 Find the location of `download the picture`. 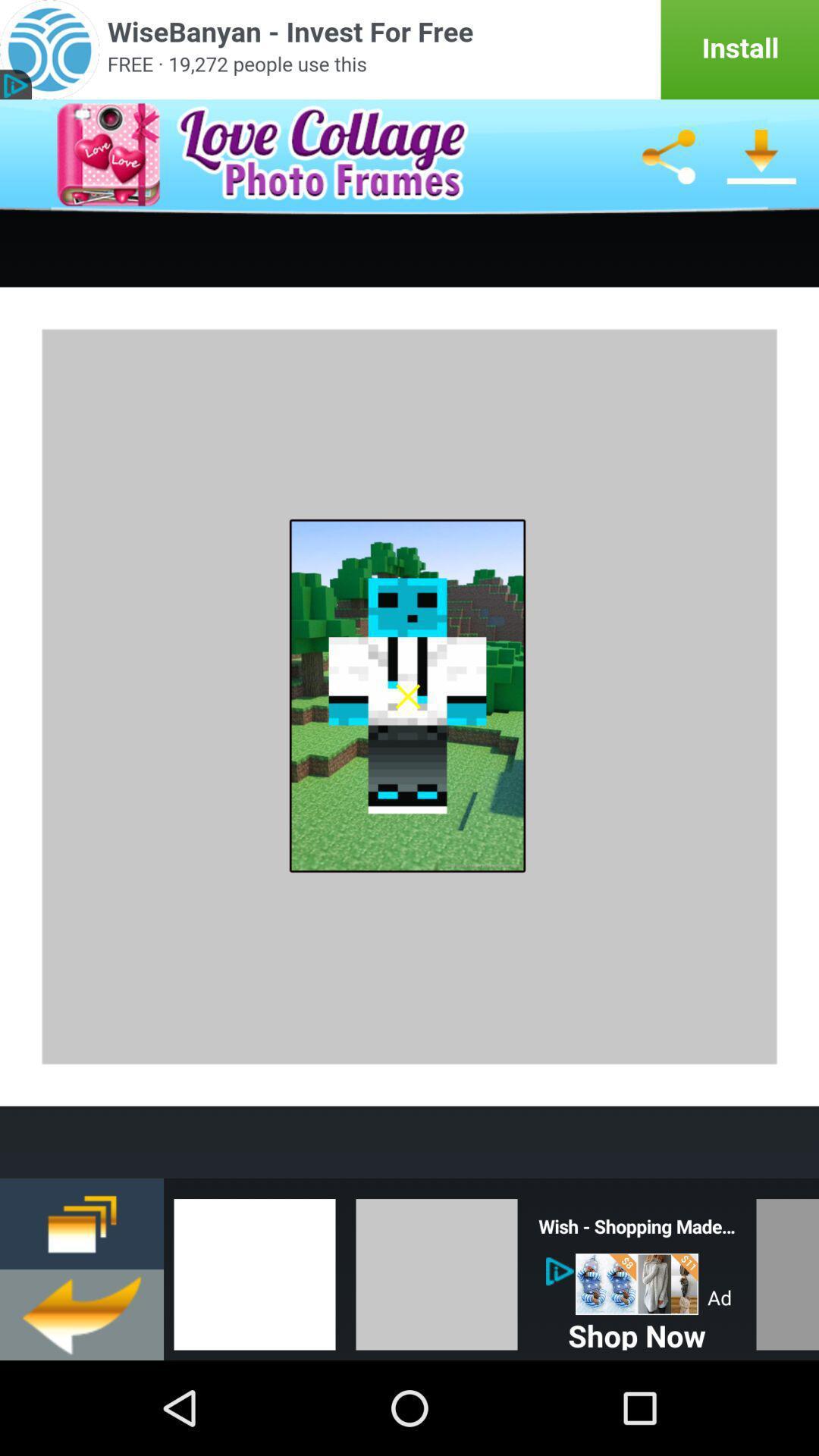

download the picture is located at coordinates (762, 156).